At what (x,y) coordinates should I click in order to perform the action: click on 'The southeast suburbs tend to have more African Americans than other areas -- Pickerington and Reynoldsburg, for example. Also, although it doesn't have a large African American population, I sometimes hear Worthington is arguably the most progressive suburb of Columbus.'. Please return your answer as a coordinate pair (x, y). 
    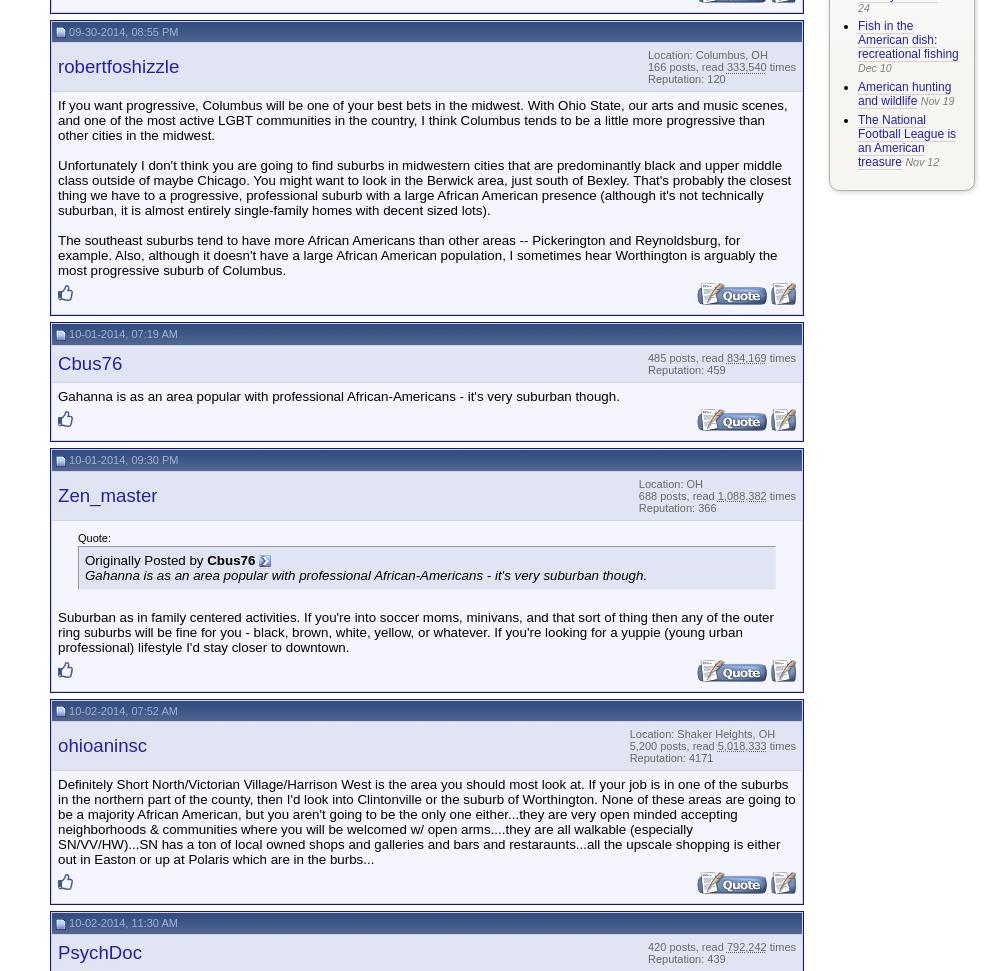
    Looking at the image, I should click on (417, 255).